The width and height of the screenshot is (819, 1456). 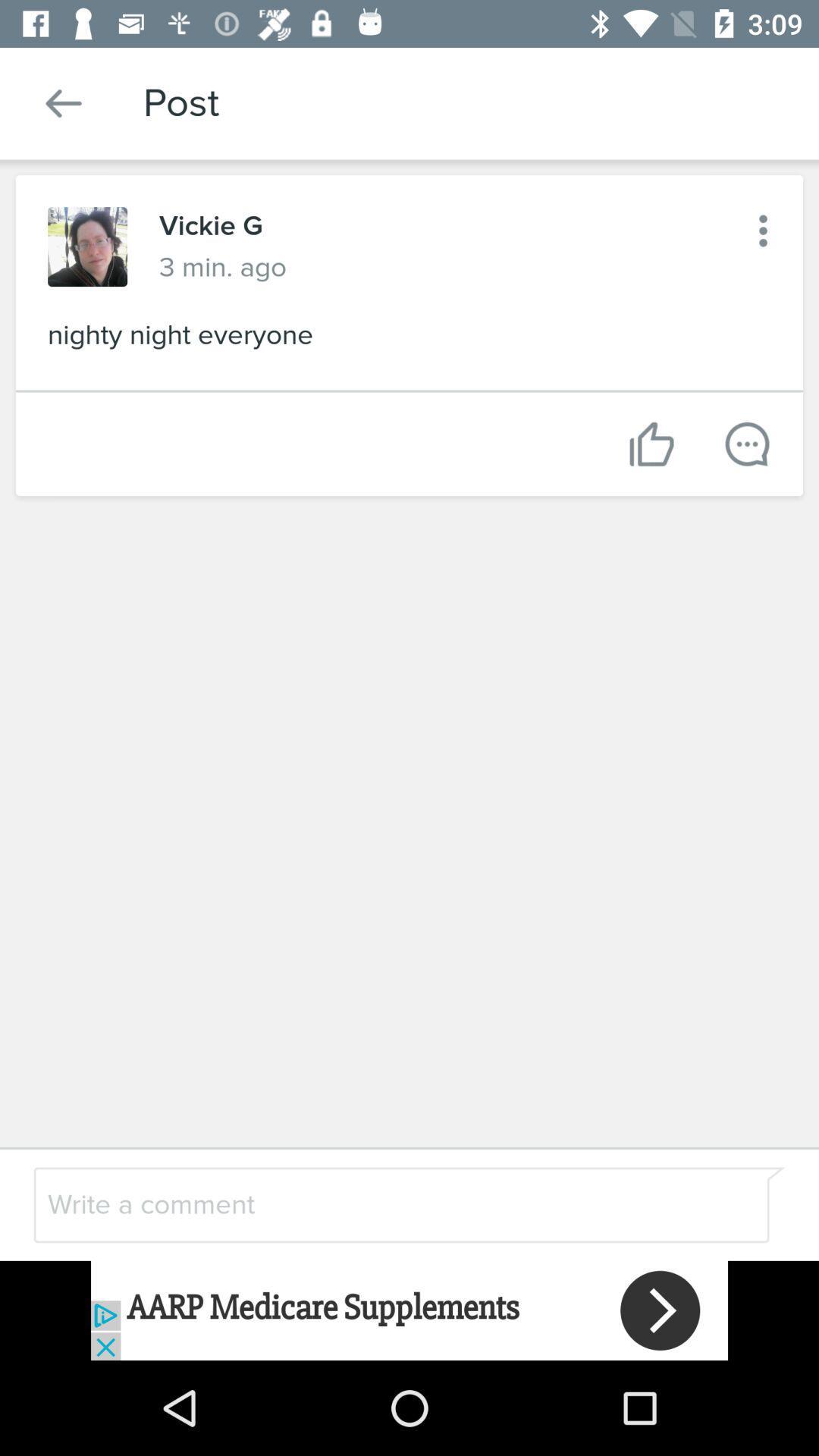 I want to click on like post, so click(x=651, y=443).